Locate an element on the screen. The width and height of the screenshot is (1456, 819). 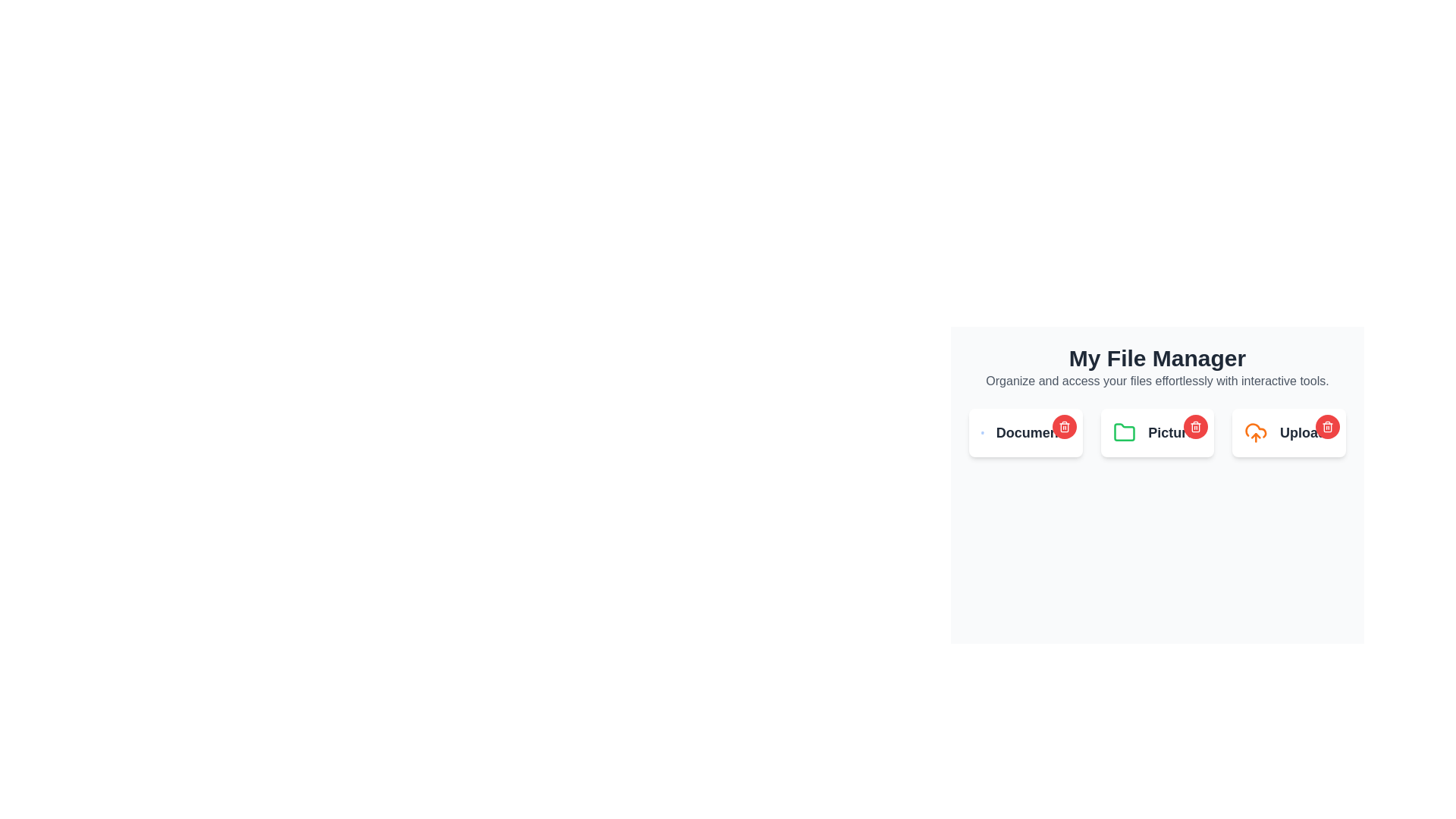
the folder icon with a green outline located to the left of the text 'Picture' in the second grid item is located at coordinates (1125, 432).